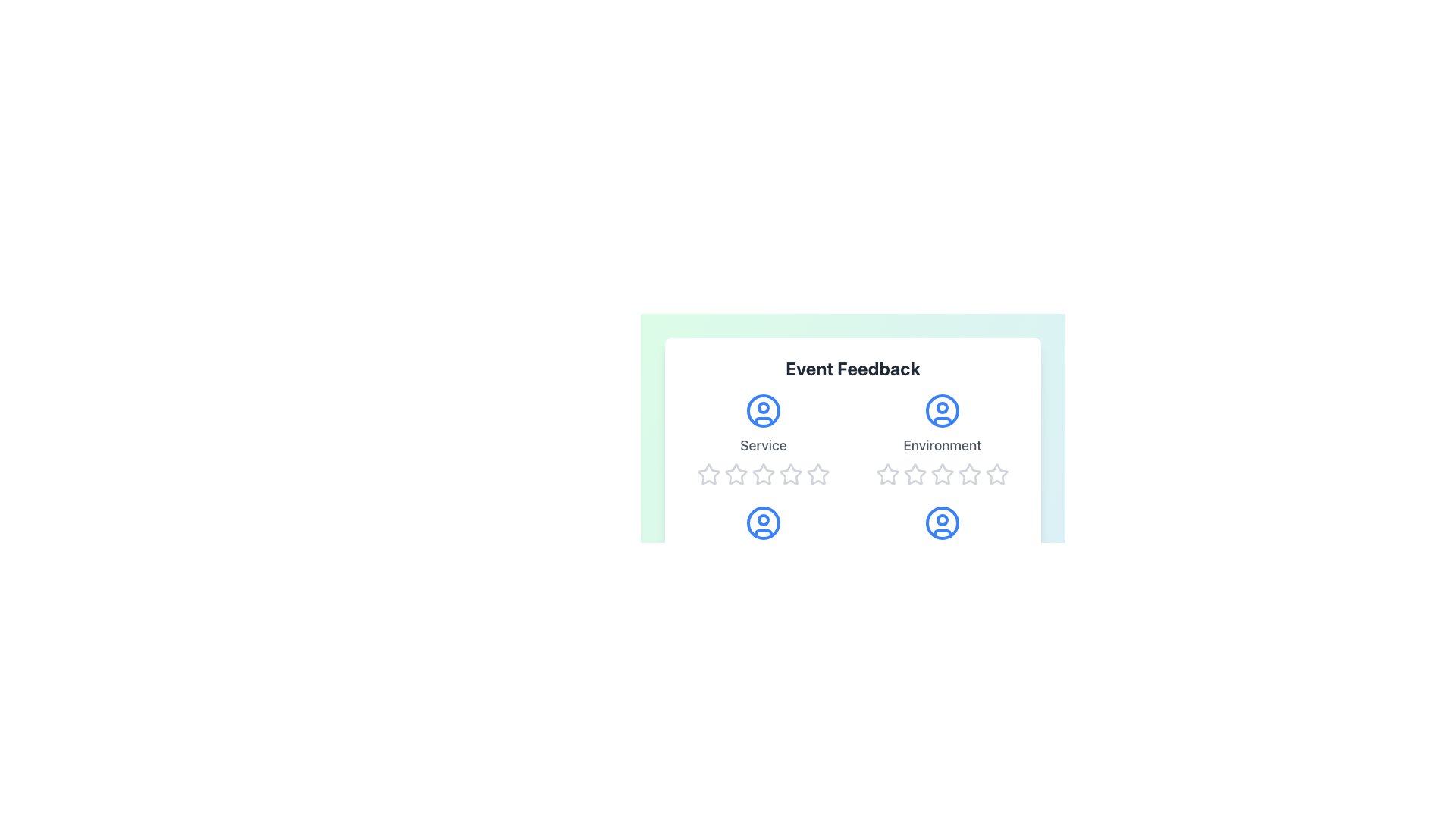  Describe the element at coordinates (968, 473) in the screenshot. I see `the fifth star in the rating system located beneath the 'Environment' label in the 'Event Feedback' section` at that location.